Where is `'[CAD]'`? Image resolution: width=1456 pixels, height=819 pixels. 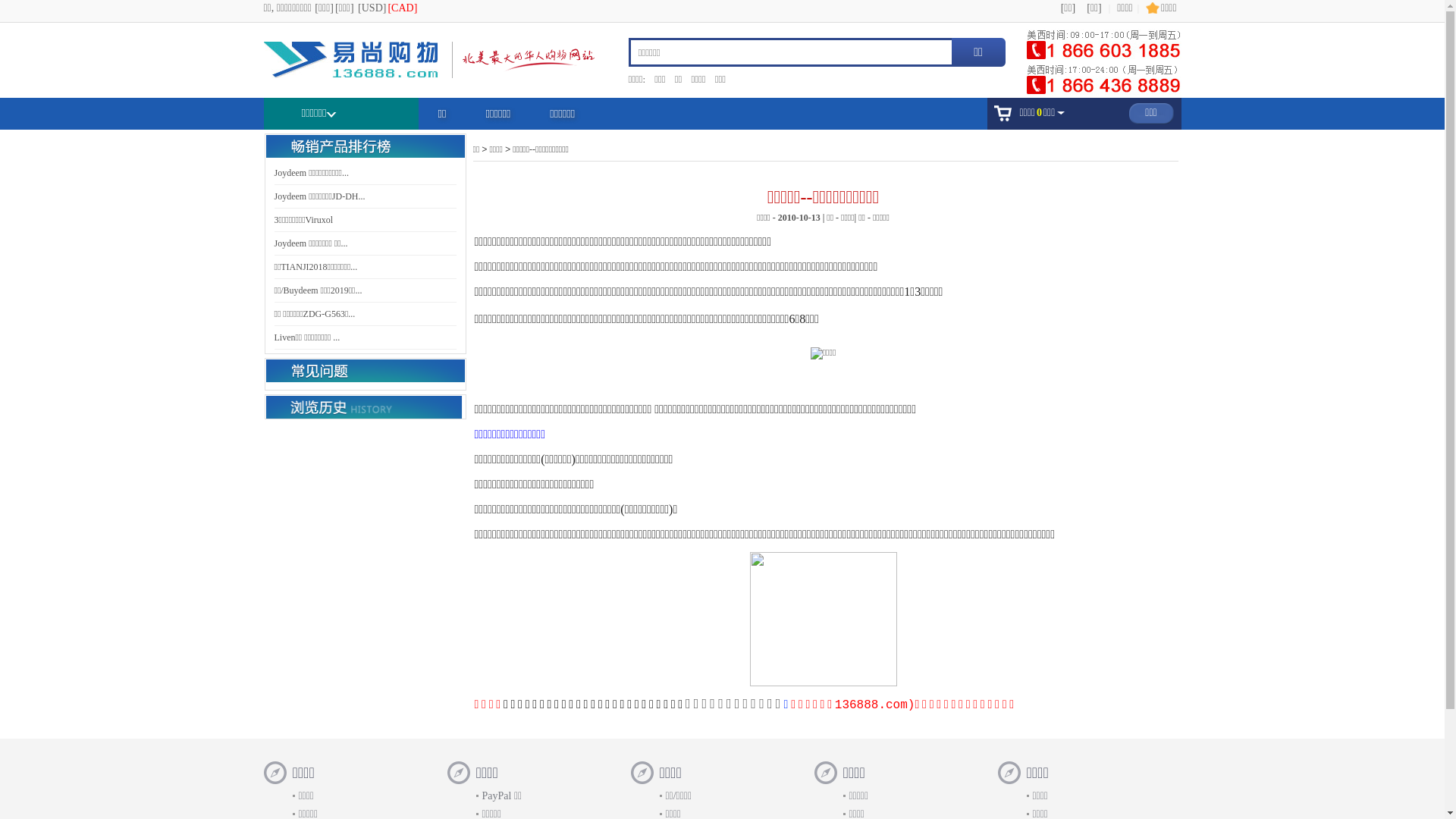 '[CAD]' is located at coordinates (402, 8).